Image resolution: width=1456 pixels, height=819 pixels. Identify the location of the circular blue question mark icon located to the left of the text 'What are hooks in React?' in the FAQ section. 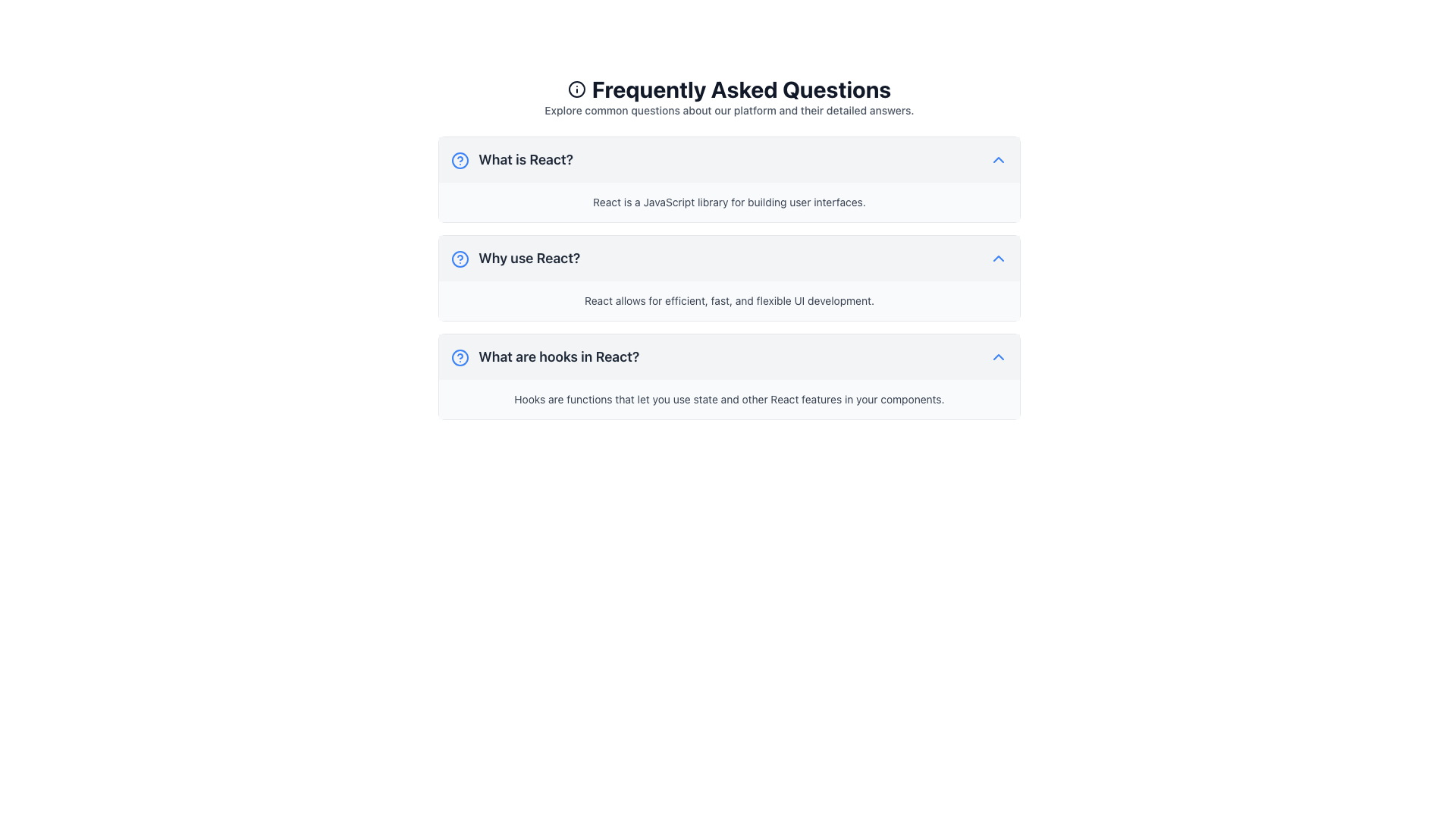
(459, 357).